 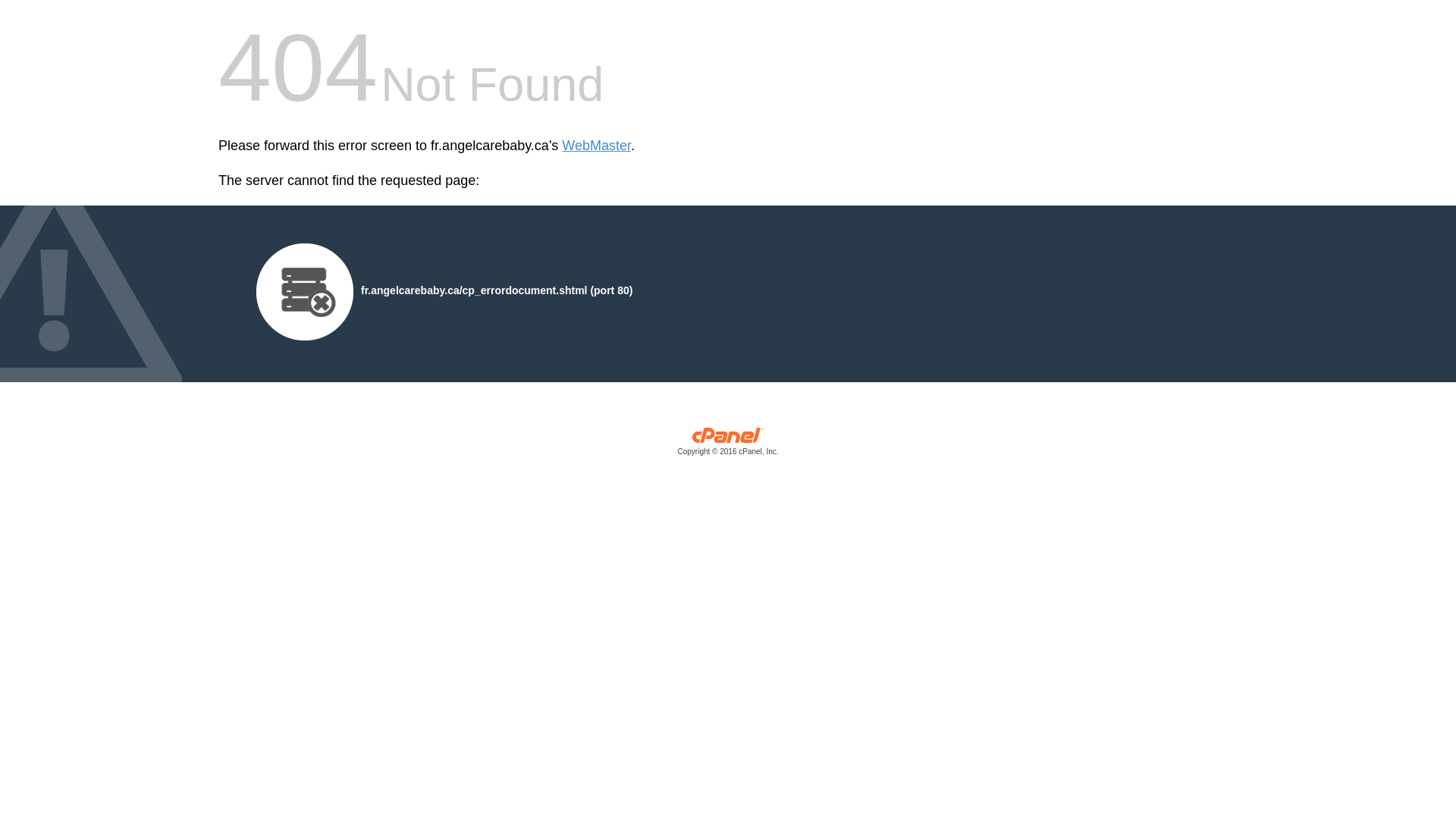 I want to click on 'WebMaster', so click(x=595, y=146).